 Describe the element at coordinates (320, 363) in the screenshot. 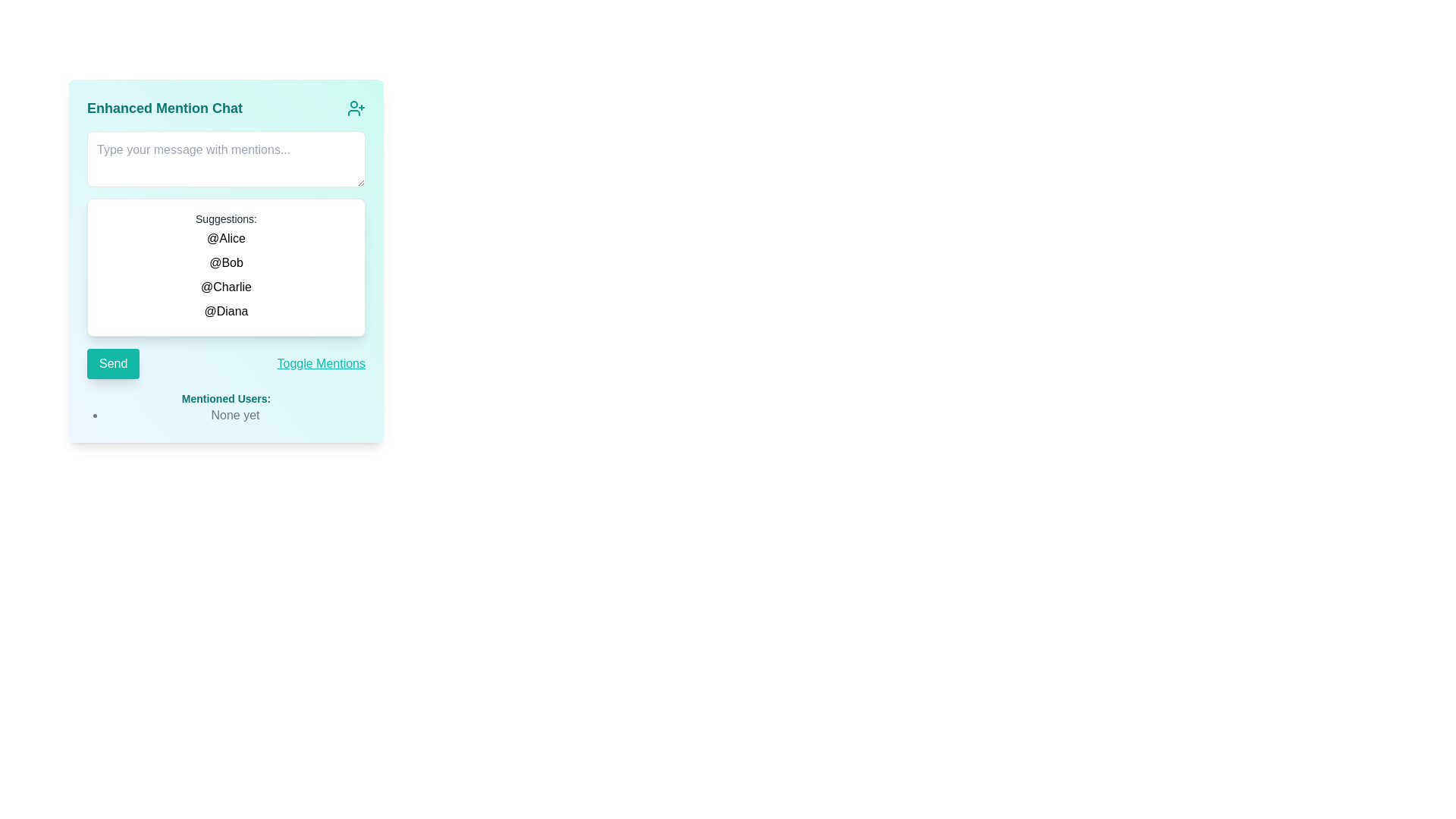

I see `the text link labeled 'Toggle Mentions'` at that location.